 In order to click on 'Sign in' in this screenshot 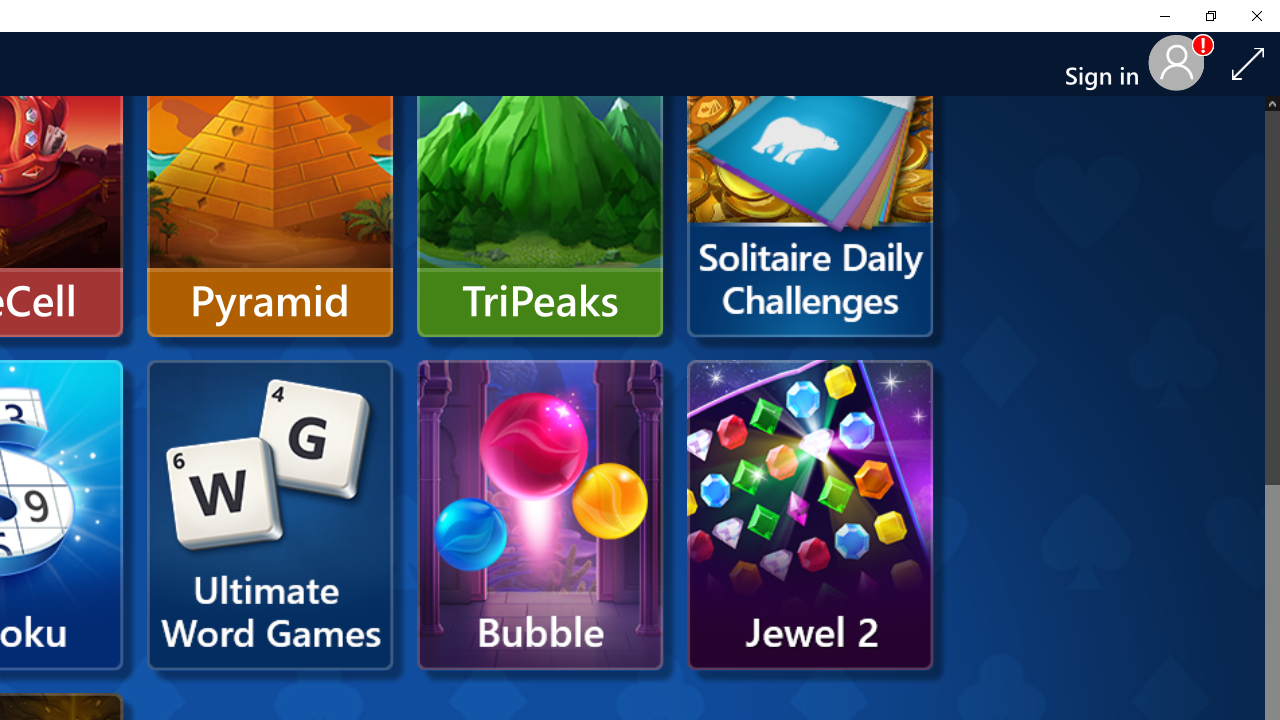, I will do `click(1108, 63)`.